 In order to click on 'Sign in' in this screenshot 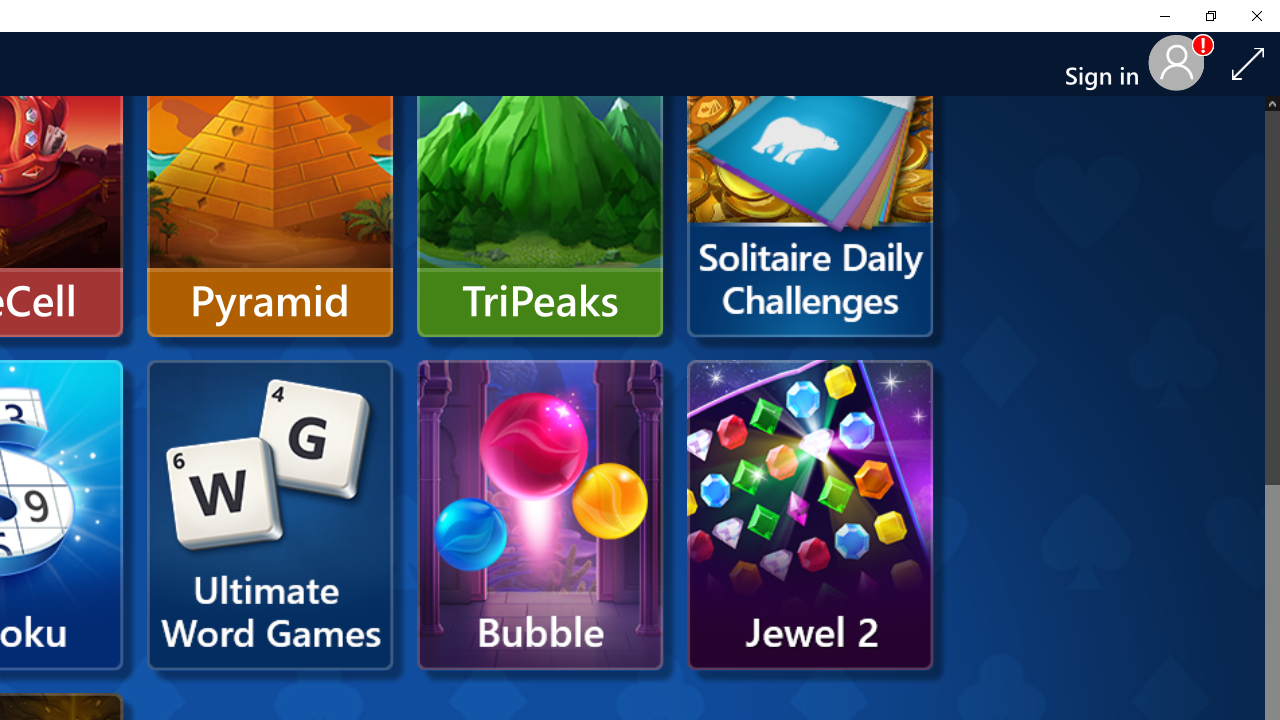, I will do `click(1108, 63)`.